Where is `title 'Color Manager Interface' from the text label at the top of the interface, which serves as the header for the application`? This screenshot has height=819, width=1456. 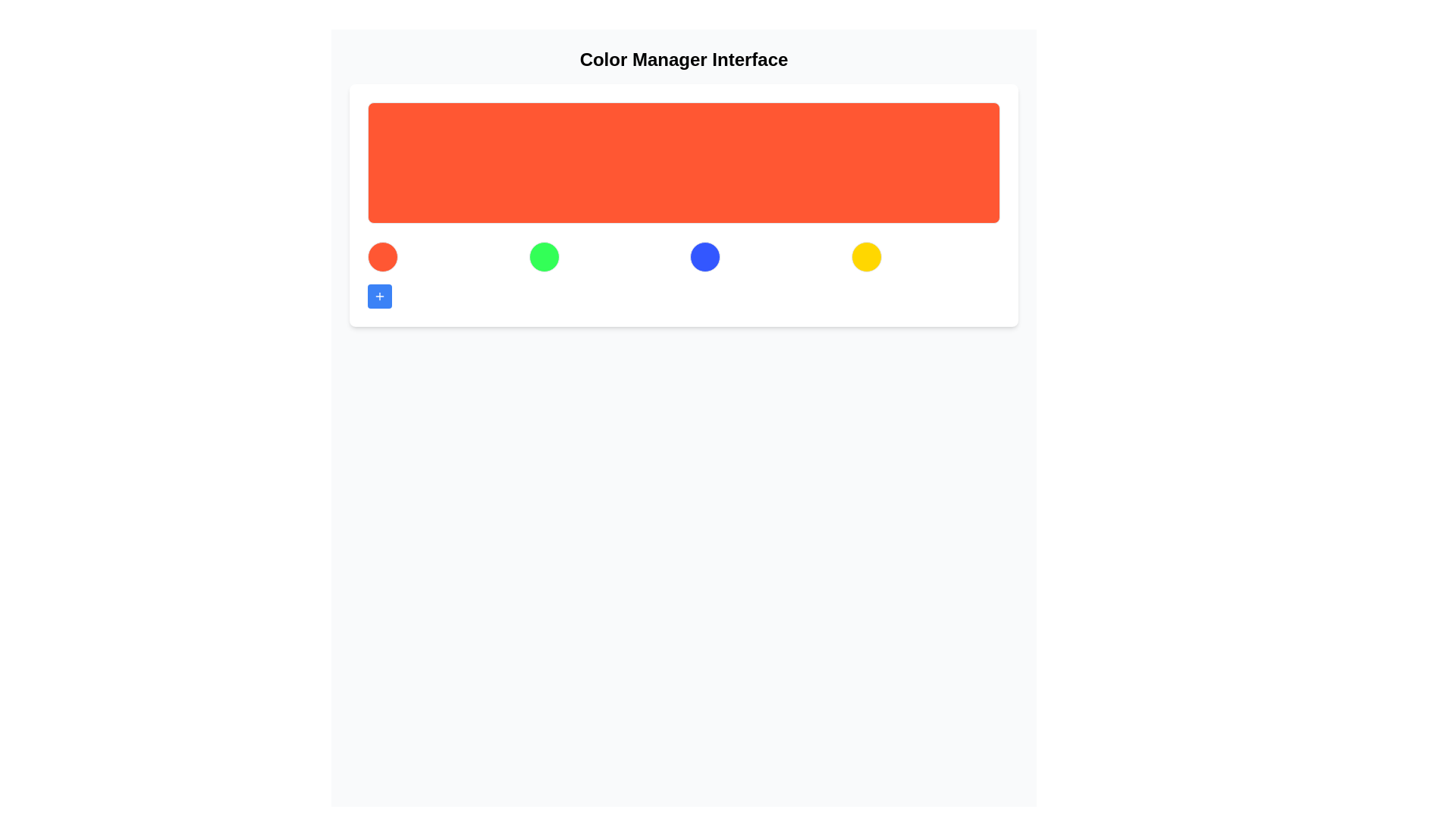 title 'Color Manager Interface' from the text label at the top of the interface, which serves as the header for the application is located at coordinates (683, 58).